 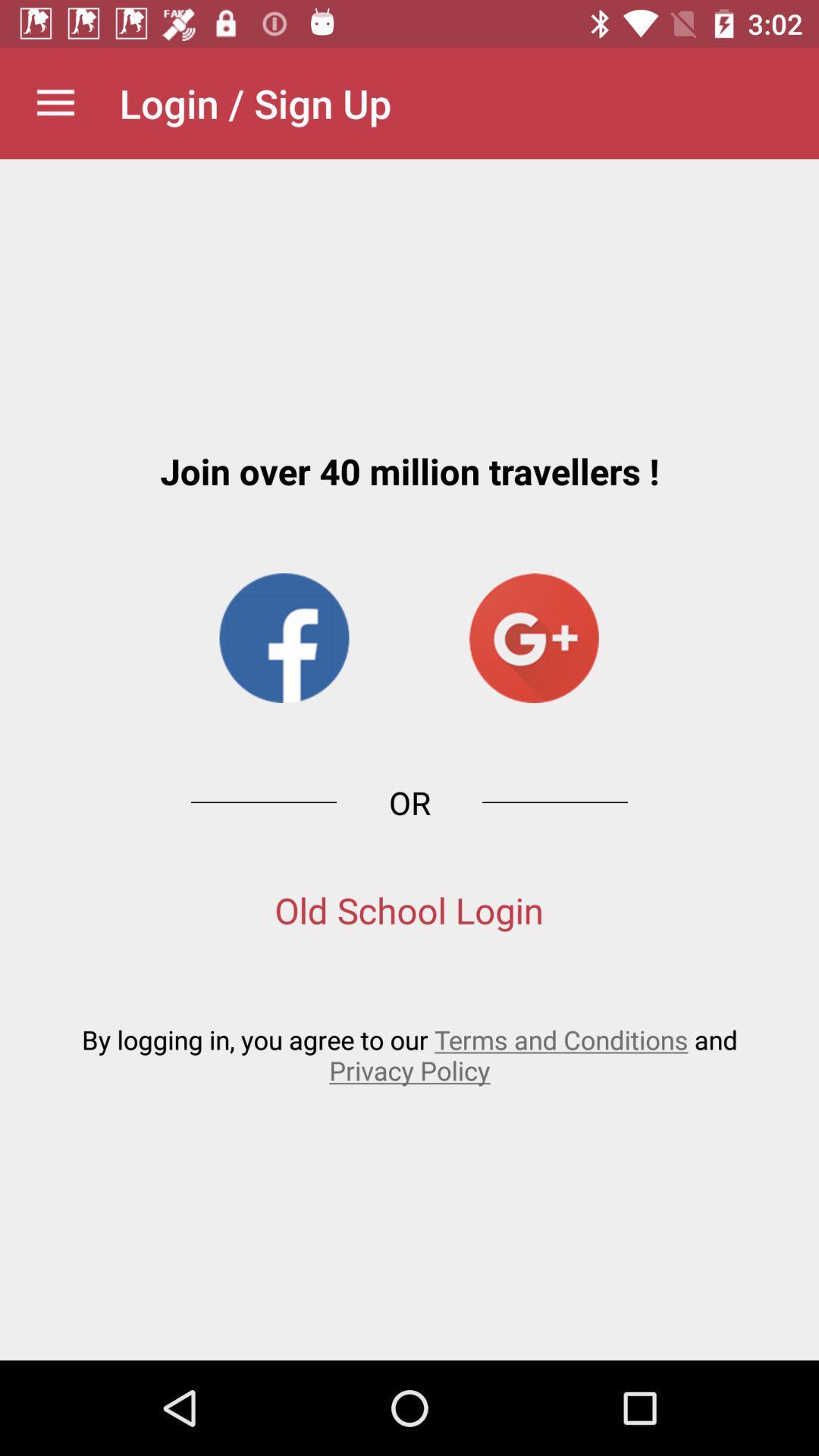 What do you see at coordinates (533, 638) in the screenshot?
I see `the icon below join over 40` at bounding box center [533, 638].